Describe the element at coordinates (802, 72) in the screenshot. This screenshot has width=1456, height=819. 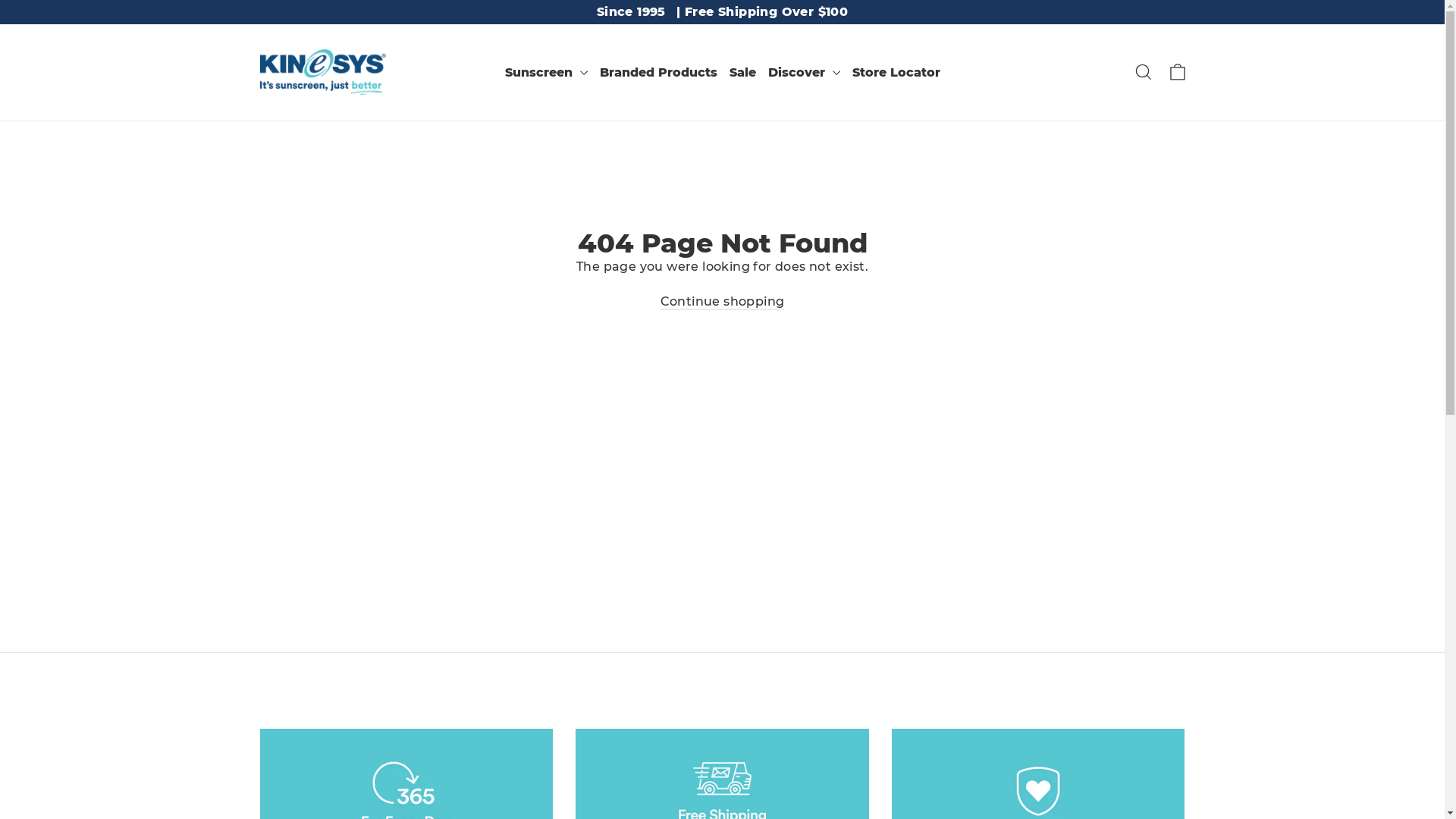
I see `'Discover'` at that location.